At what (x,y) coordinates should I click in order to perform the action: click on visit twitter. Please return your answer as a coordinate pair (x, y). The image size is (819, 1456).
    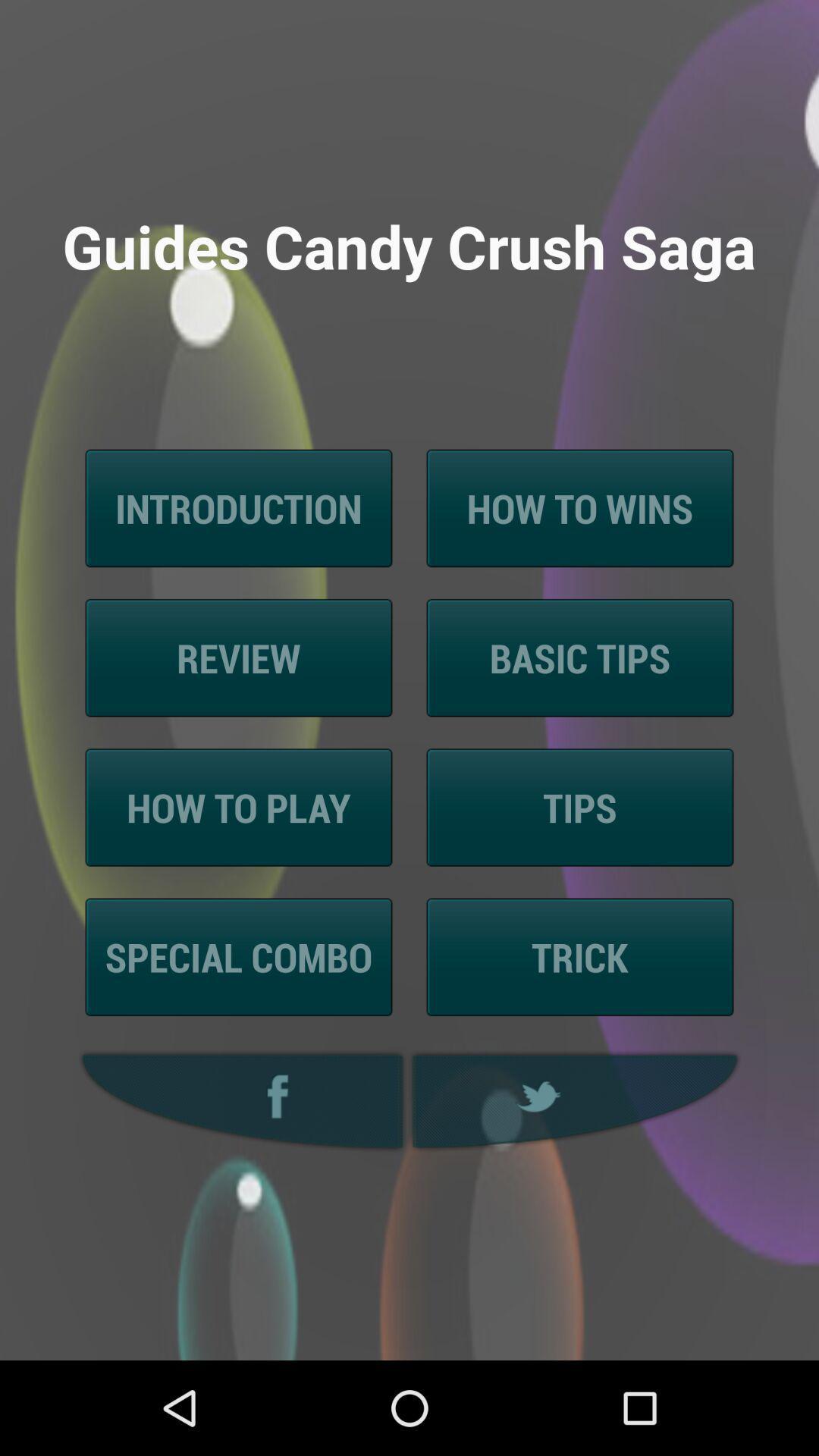
    Looking at the image, I should click on (577, 1101).